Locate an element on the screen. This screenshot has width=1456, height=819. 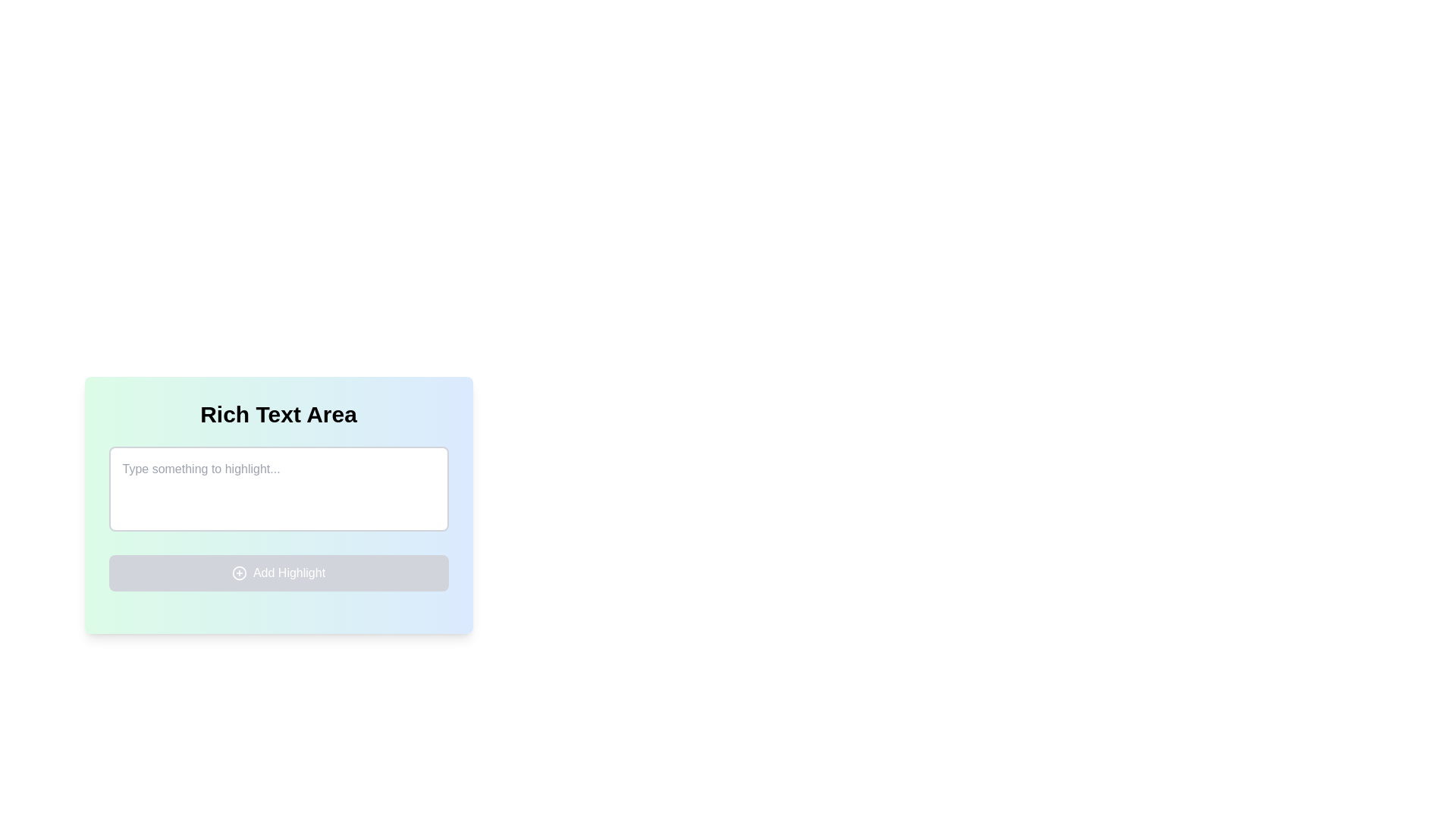
the circular icon with a plus sign that is located to the left of the 'Add Highlight' text at the bottom of the interface is located at coordinates (238, 573).